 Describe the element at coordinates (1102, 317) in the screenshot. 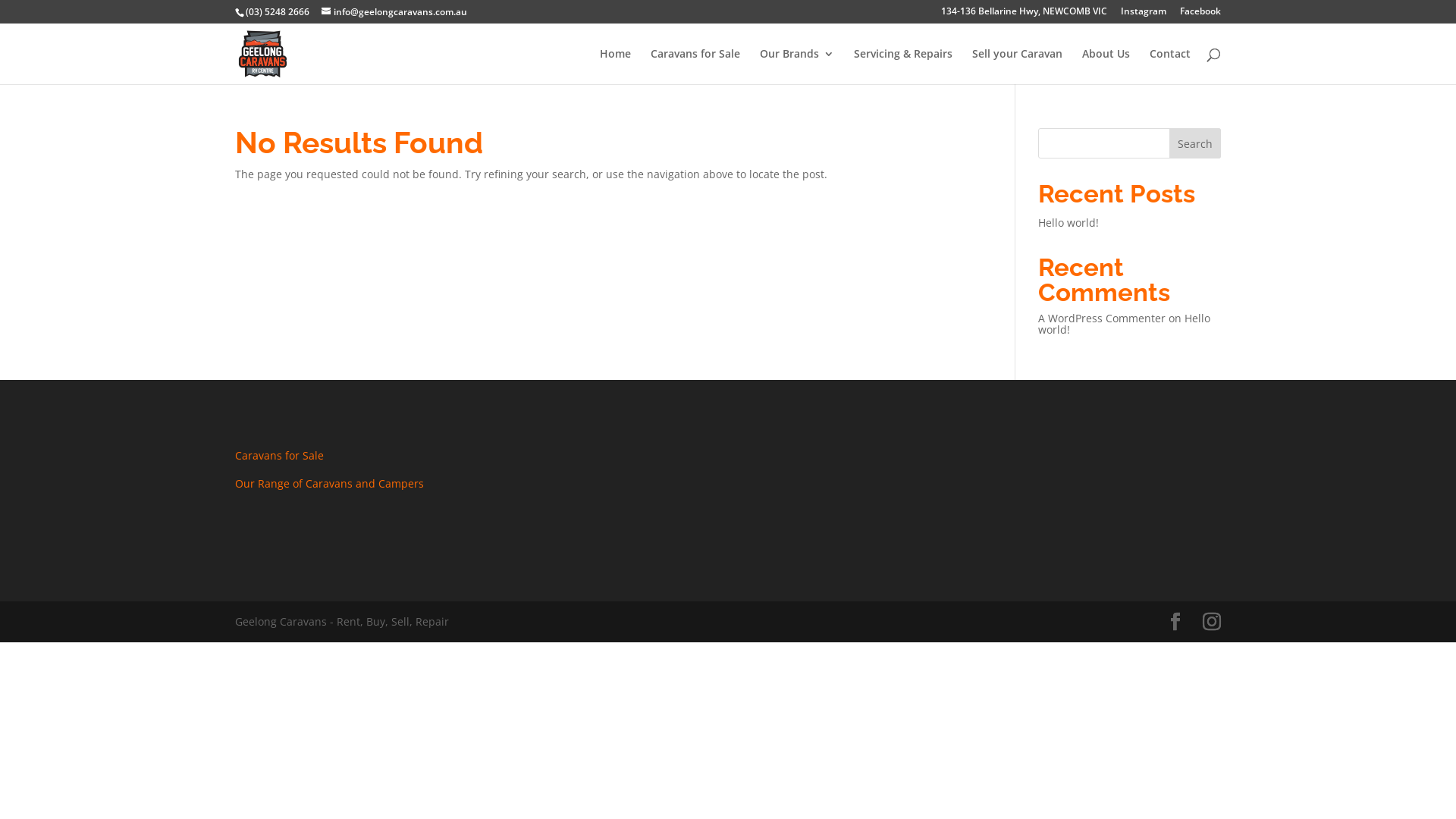

I see `'A WordPress Commenter'` at that location.